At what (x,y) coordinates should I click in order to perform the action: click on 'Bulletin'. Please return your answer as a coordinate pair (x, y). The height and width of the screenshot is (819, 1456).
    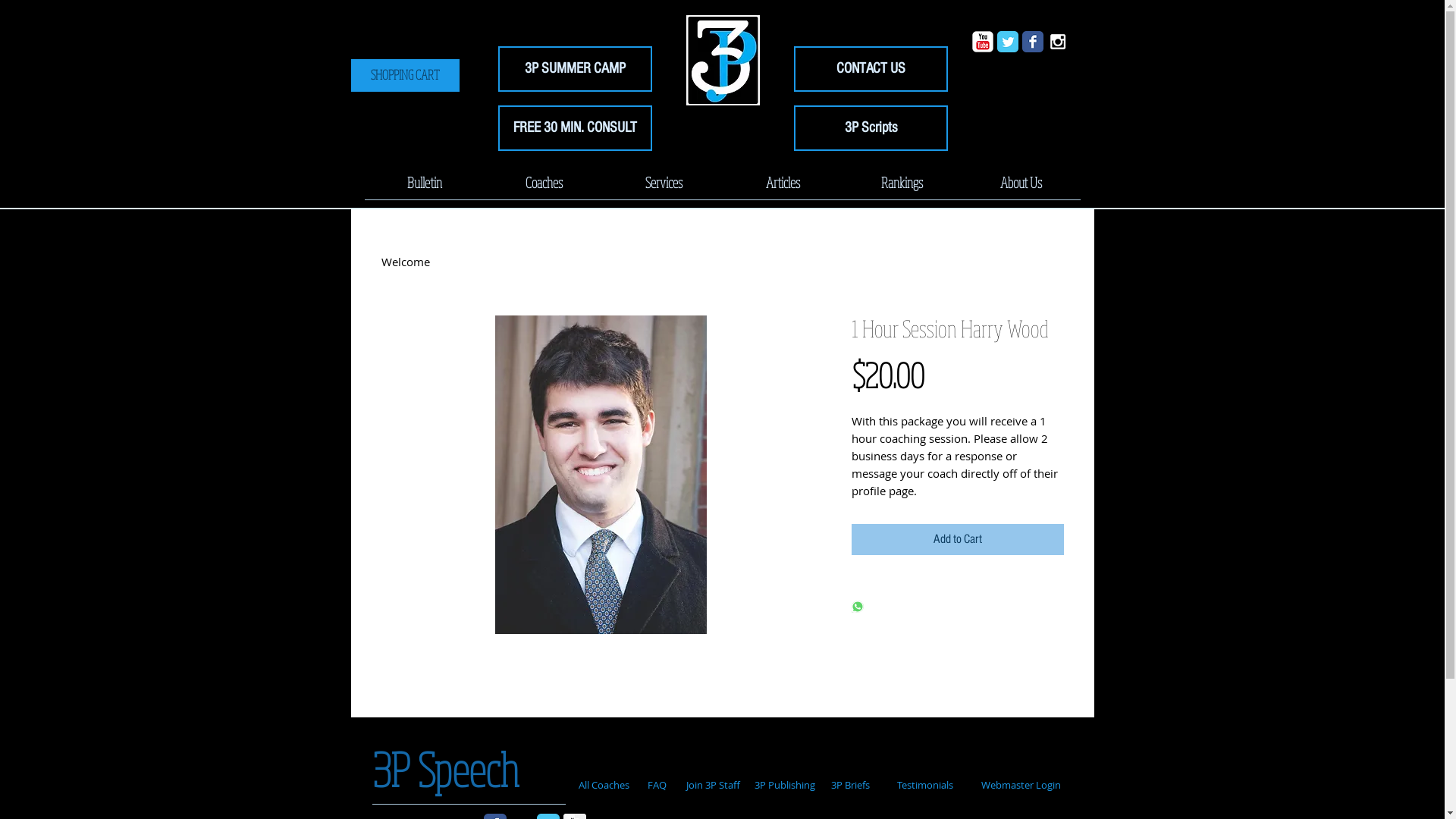
    Looking at the image, I should click on (423, 186).